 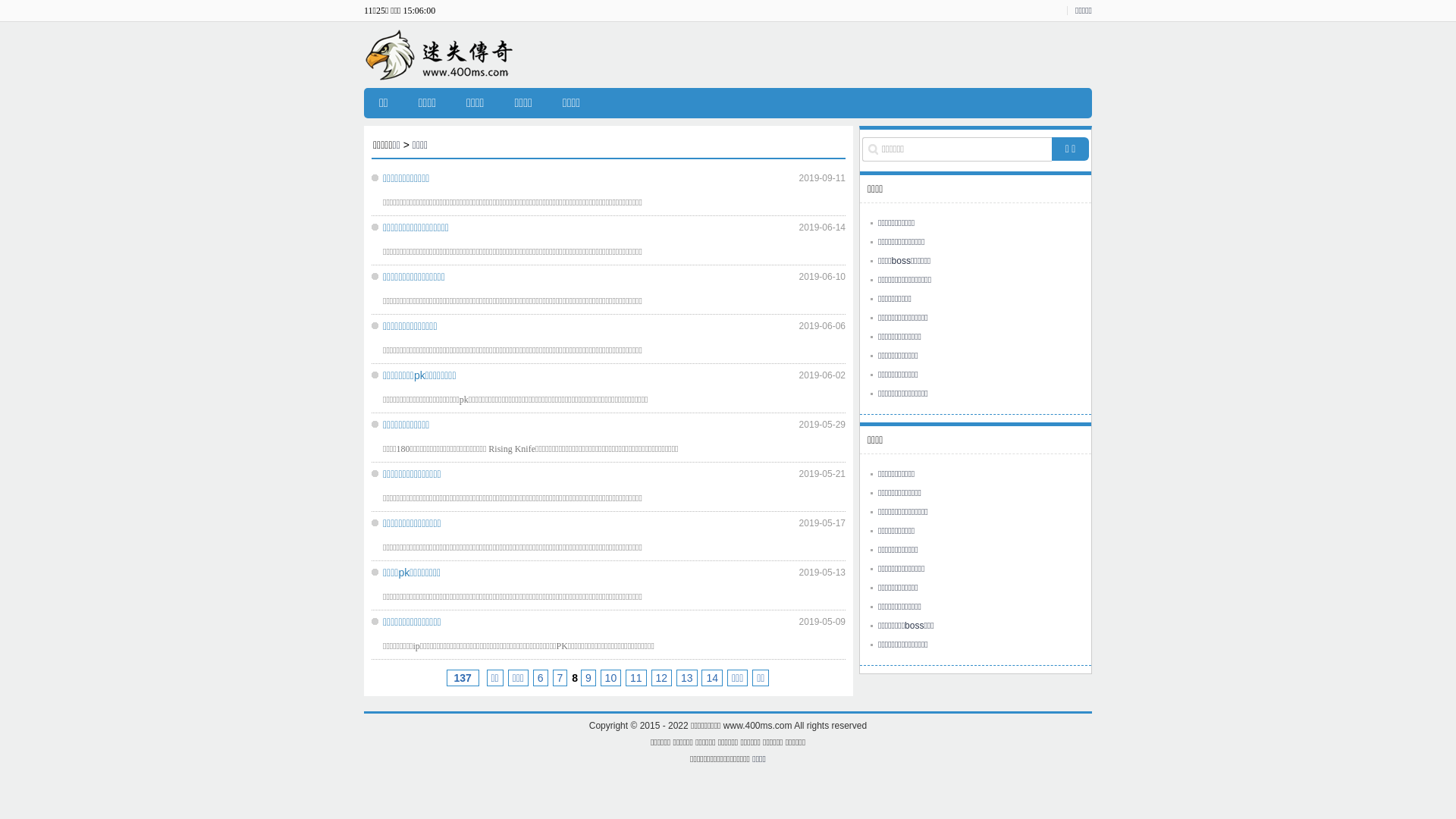 I want to click on '13', so click(x=676, y=677).